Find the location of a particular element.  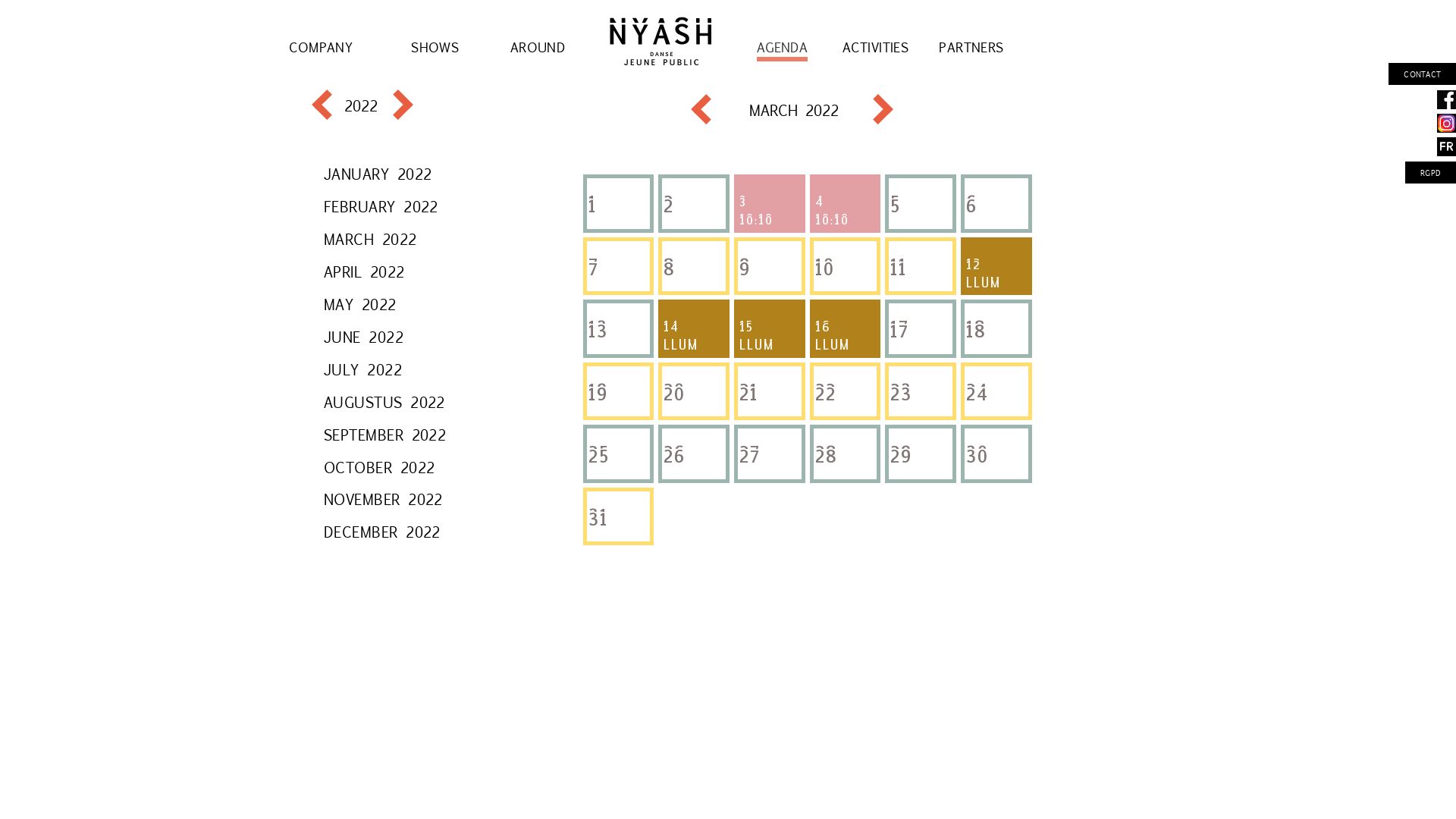

'NOVEMBER 2022' is located at coordinates (383, 498).